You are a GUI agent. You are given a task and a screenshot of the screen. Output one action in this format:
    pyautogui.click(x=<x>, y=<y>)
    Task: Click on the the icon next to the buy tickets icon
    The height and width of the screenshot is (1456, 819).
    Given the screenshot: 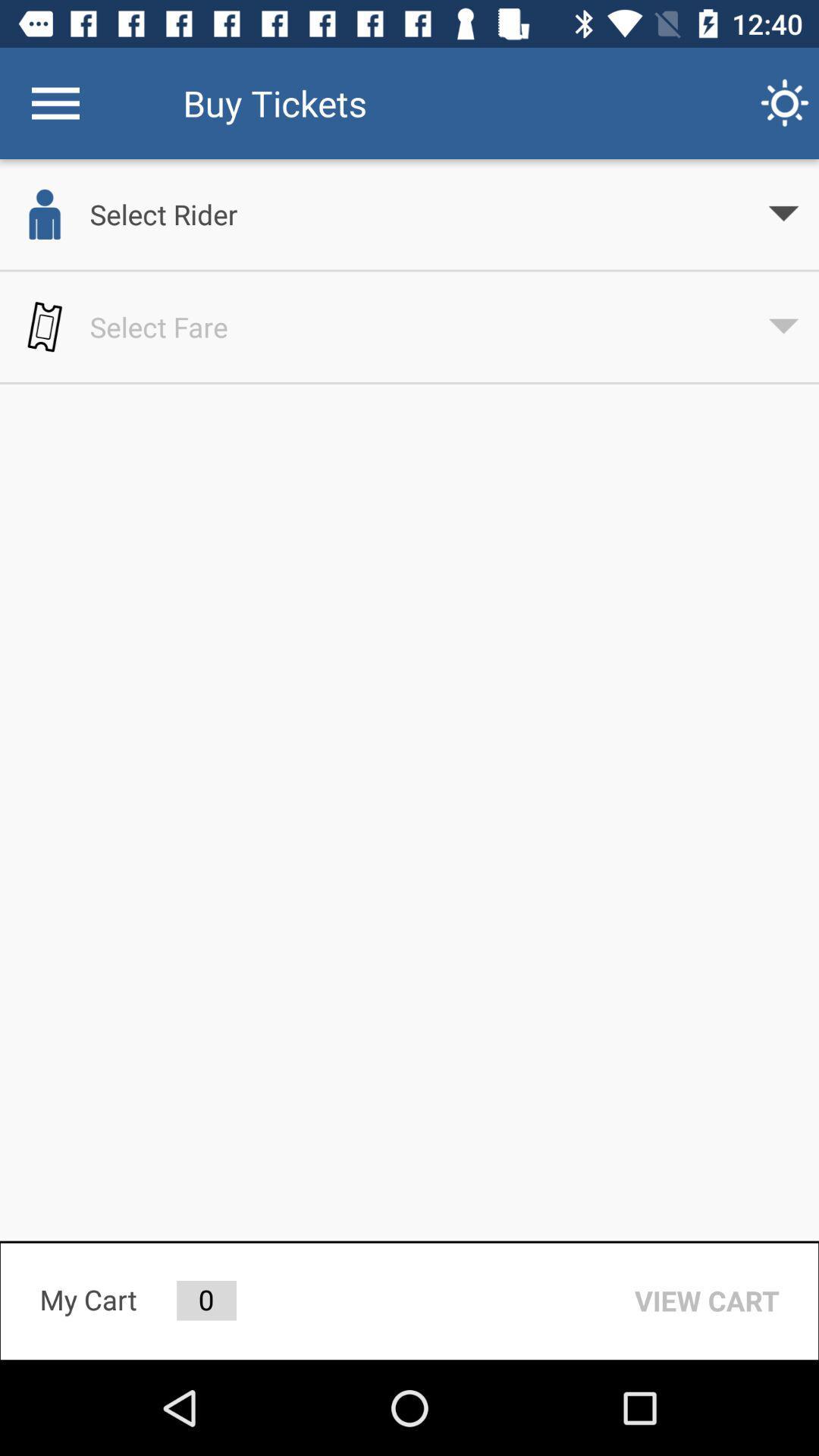 What is the action you would take?
    pyautogui.click(x=55, y=102)
    